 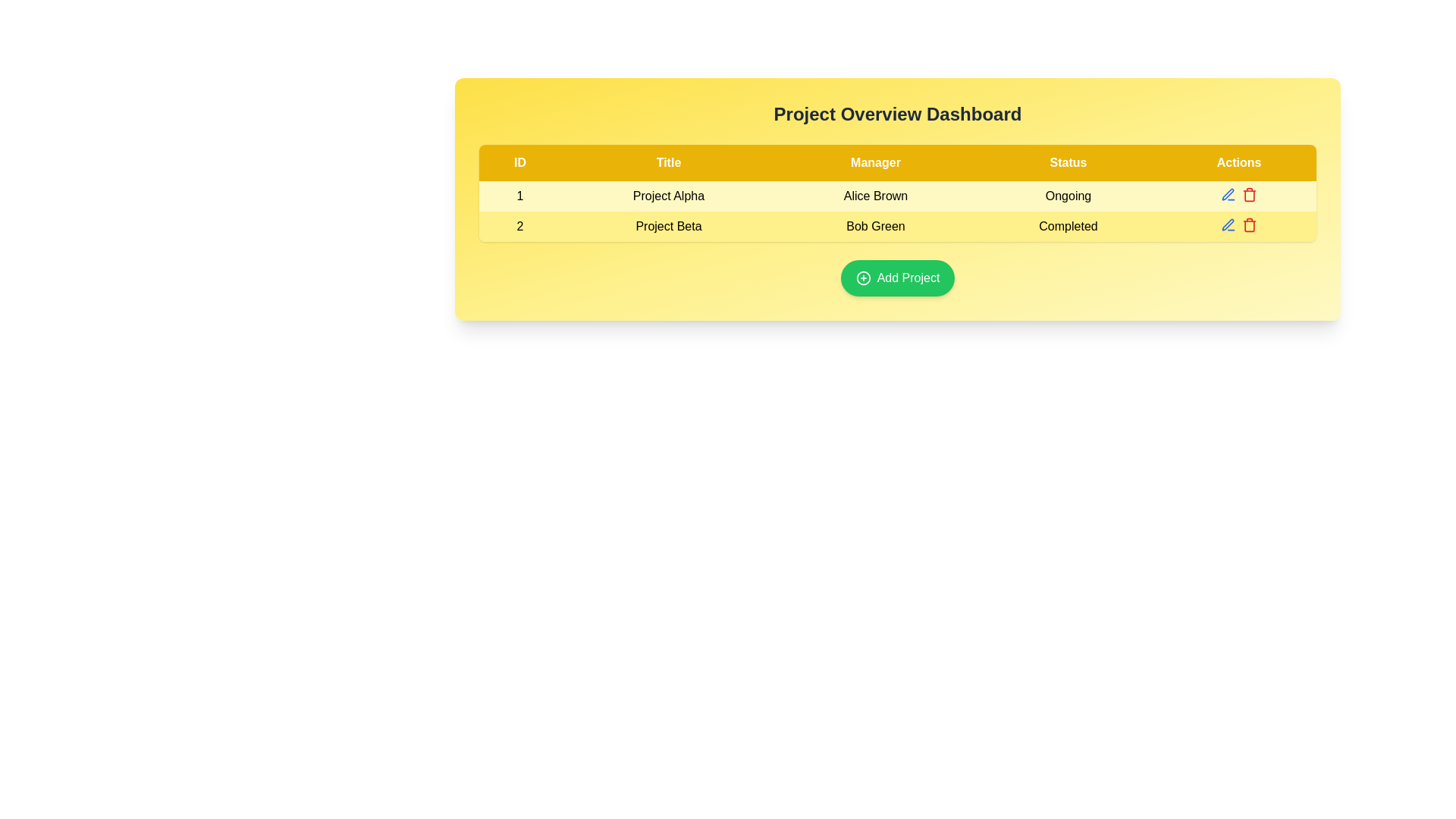 I want to click on the status text label indicating that the project is completed, which is located in the 'Status' column of the second row of the table, adjacent to 'Bob Green' in the 'Manager' column and the action buttons on the right, so click(x=1068, y=227).